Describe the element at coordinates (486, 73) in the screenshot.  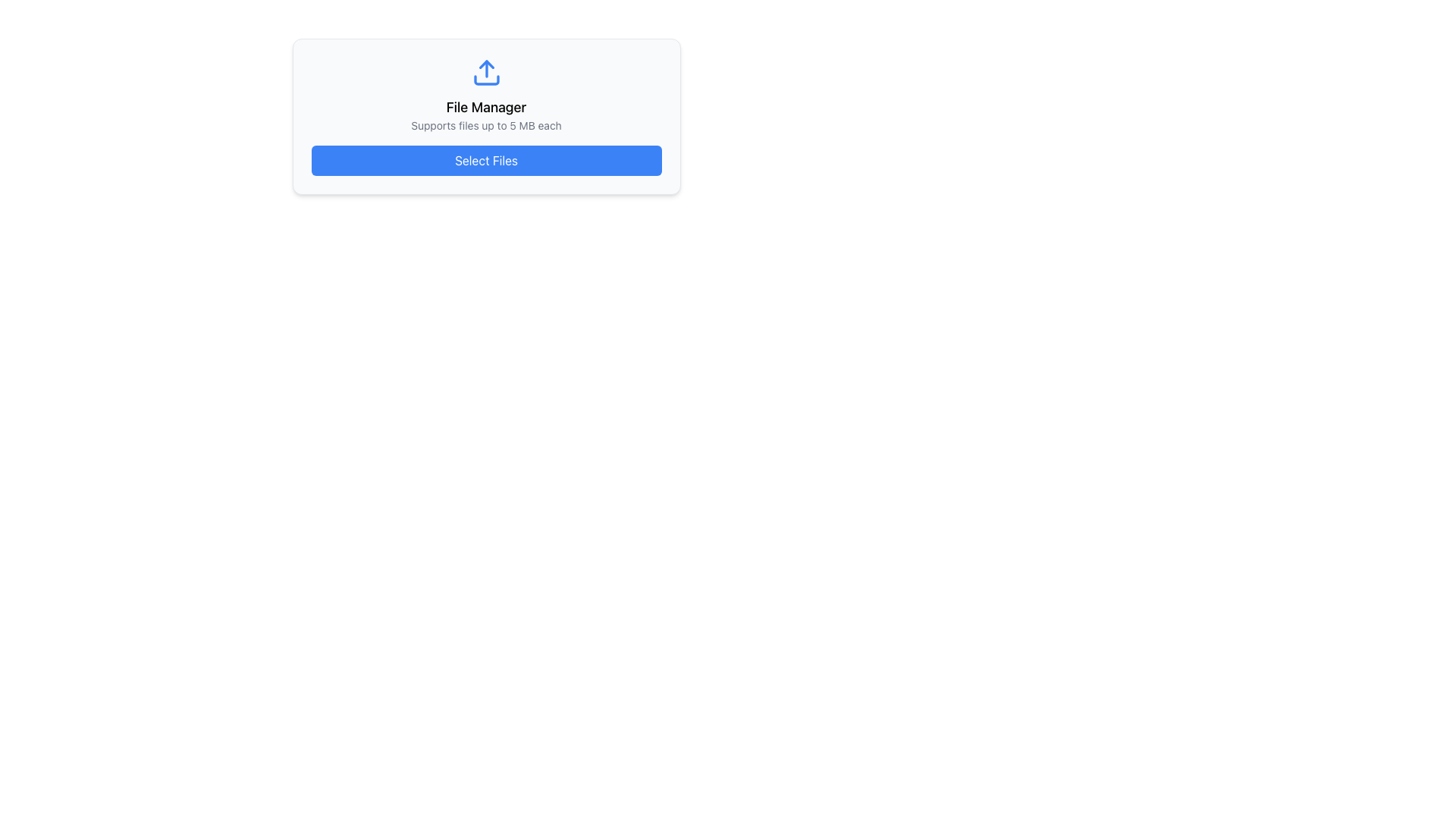
I see `the blue upload icon, which features an upward arrow in a tray-like design, located at the top of the 'File Manager' section` at that location.